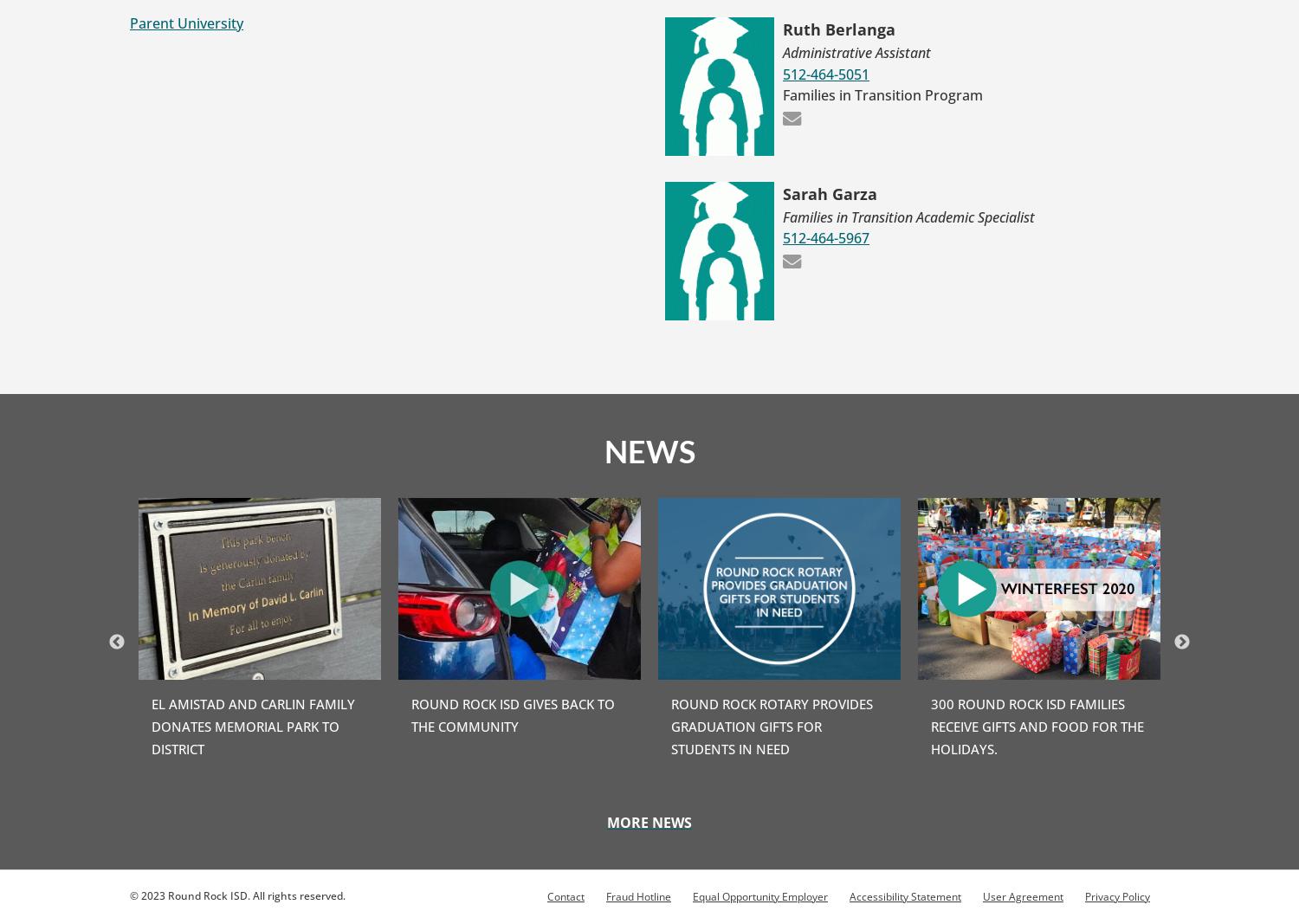 Image resolution: width=1299 pixels, height=924 pixels. What do you see at coordinates (130, 895) in the screenshot?
I see `'© 2023 Round Rock ISD. All rights reserved.'` at bounding box center [130, 895].